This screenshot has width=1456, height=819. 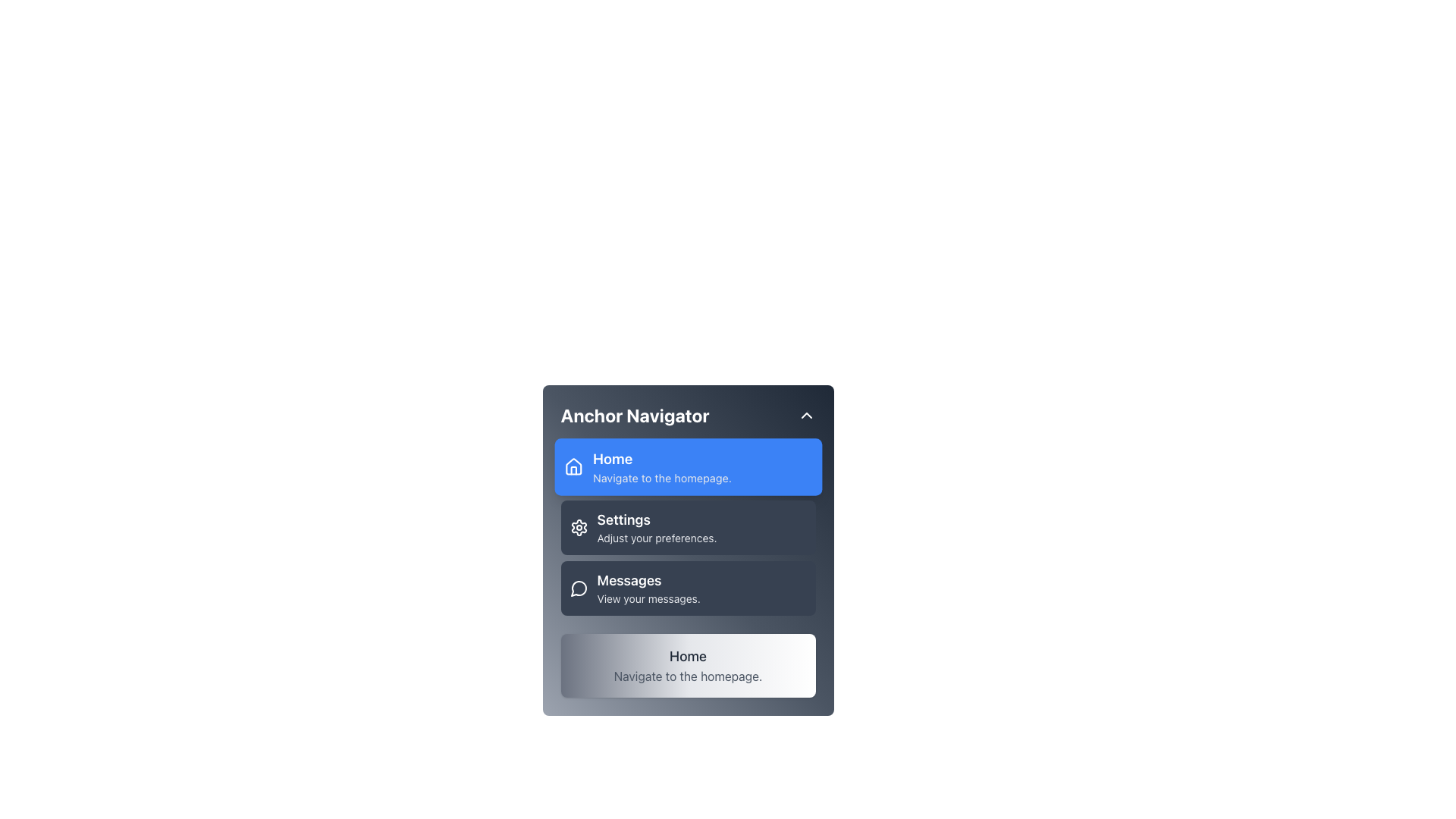 What do you see at coordinates (657, 526) in the screenshot?
I see `the 'Settings' text block in the sidebar navigation, which features a bold title and a lighter subtitle, positioned between 'Home' and 'Messages'` at bounding box center [657, 526].